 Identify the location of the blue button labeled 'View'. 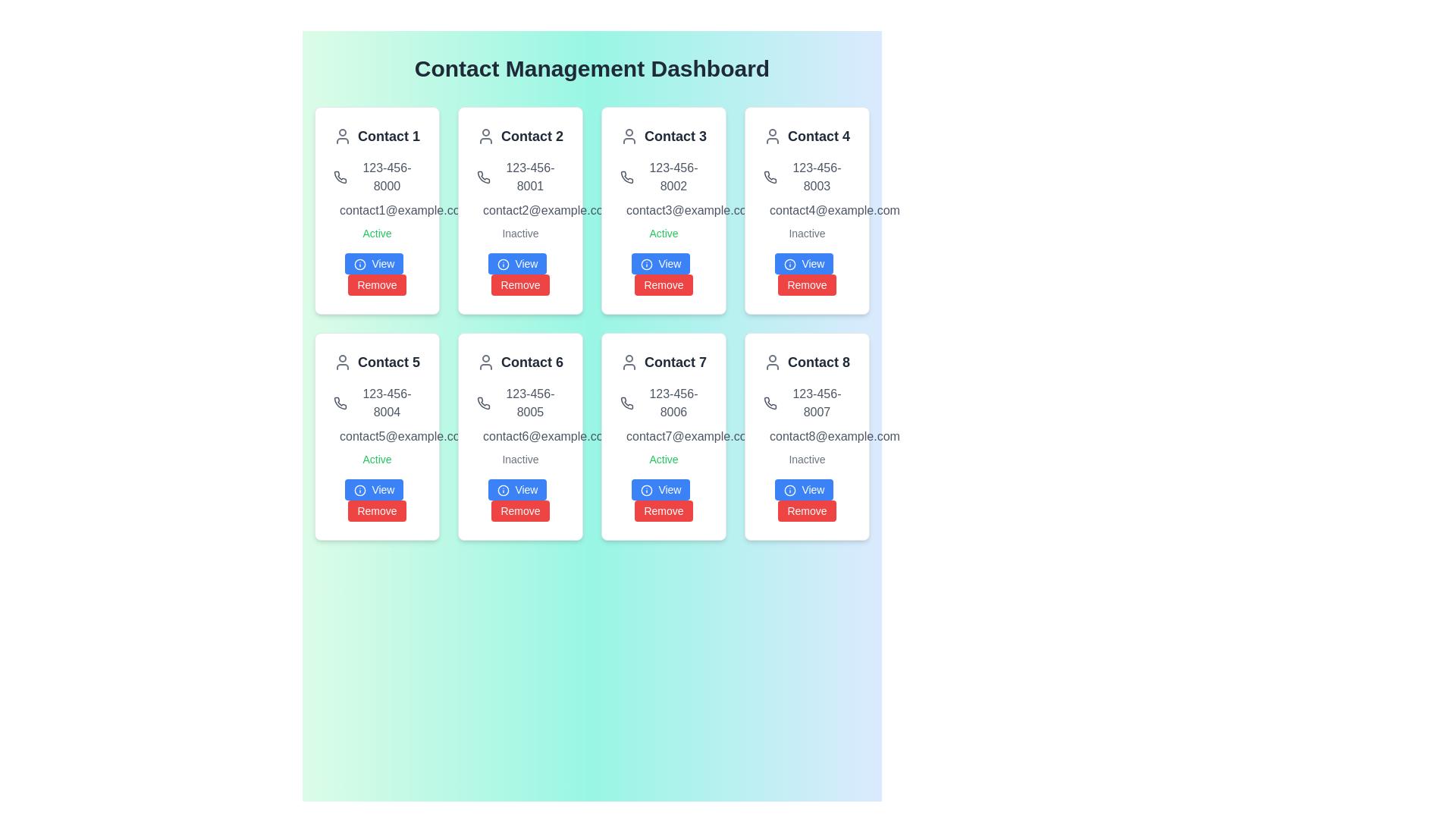
(803, 262).